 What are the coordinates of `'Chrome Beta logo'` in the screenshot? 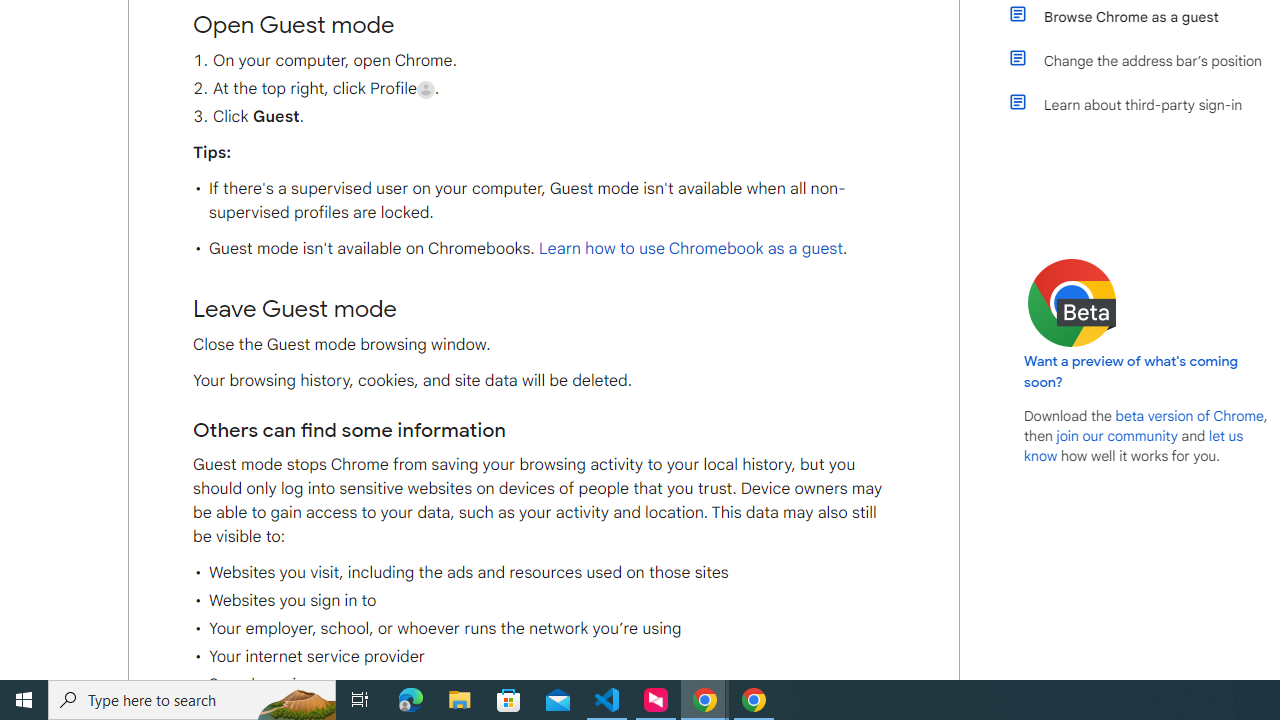 It's located at (1071, 303).